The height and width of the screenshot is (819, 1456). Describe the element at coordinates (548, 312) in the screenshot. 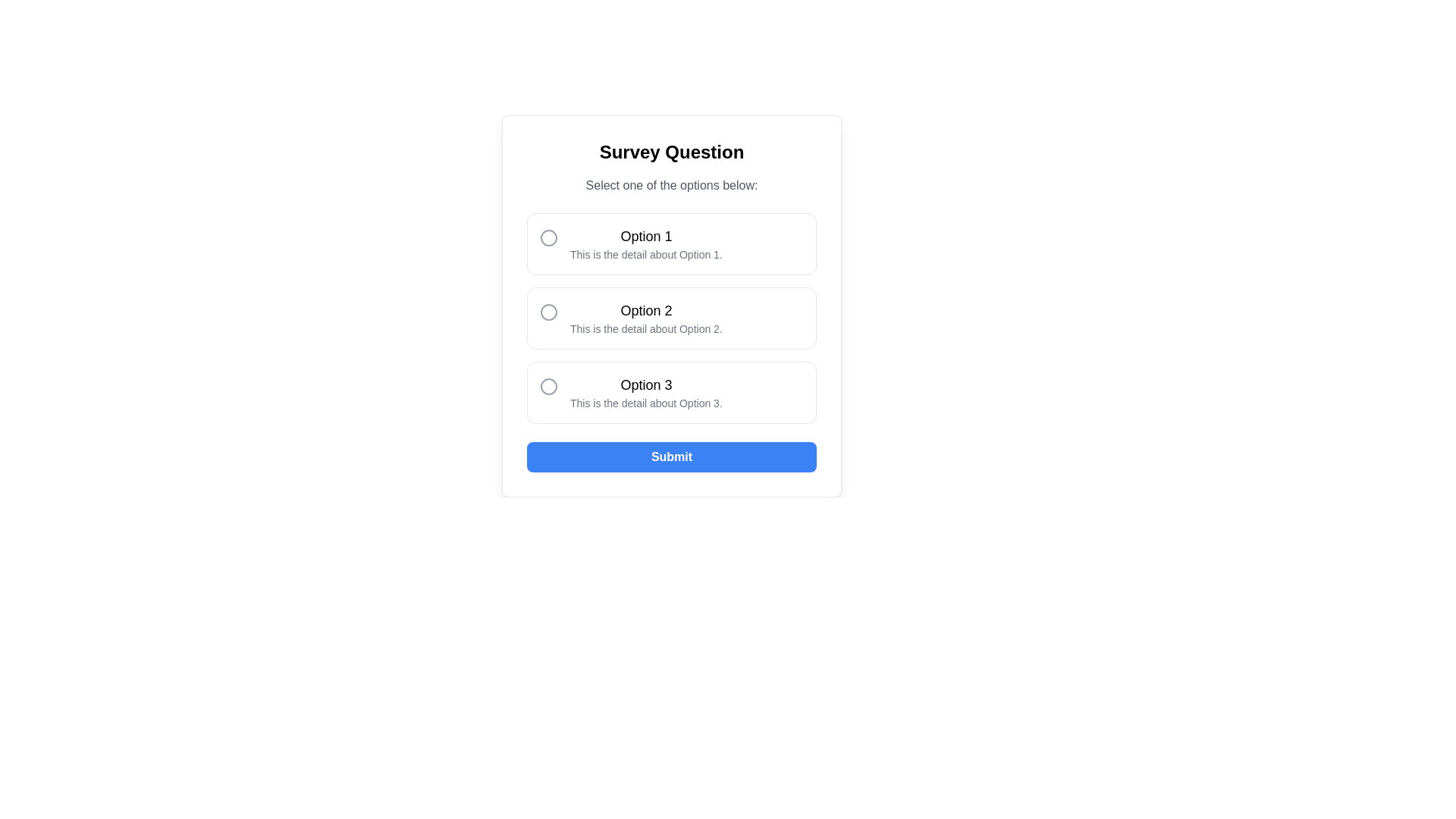

I see `the inner circular part of the second radio button option, which is styled in light gray and is part of the 'Option 2' selection beneath the title 'Survey Question'` at that location.